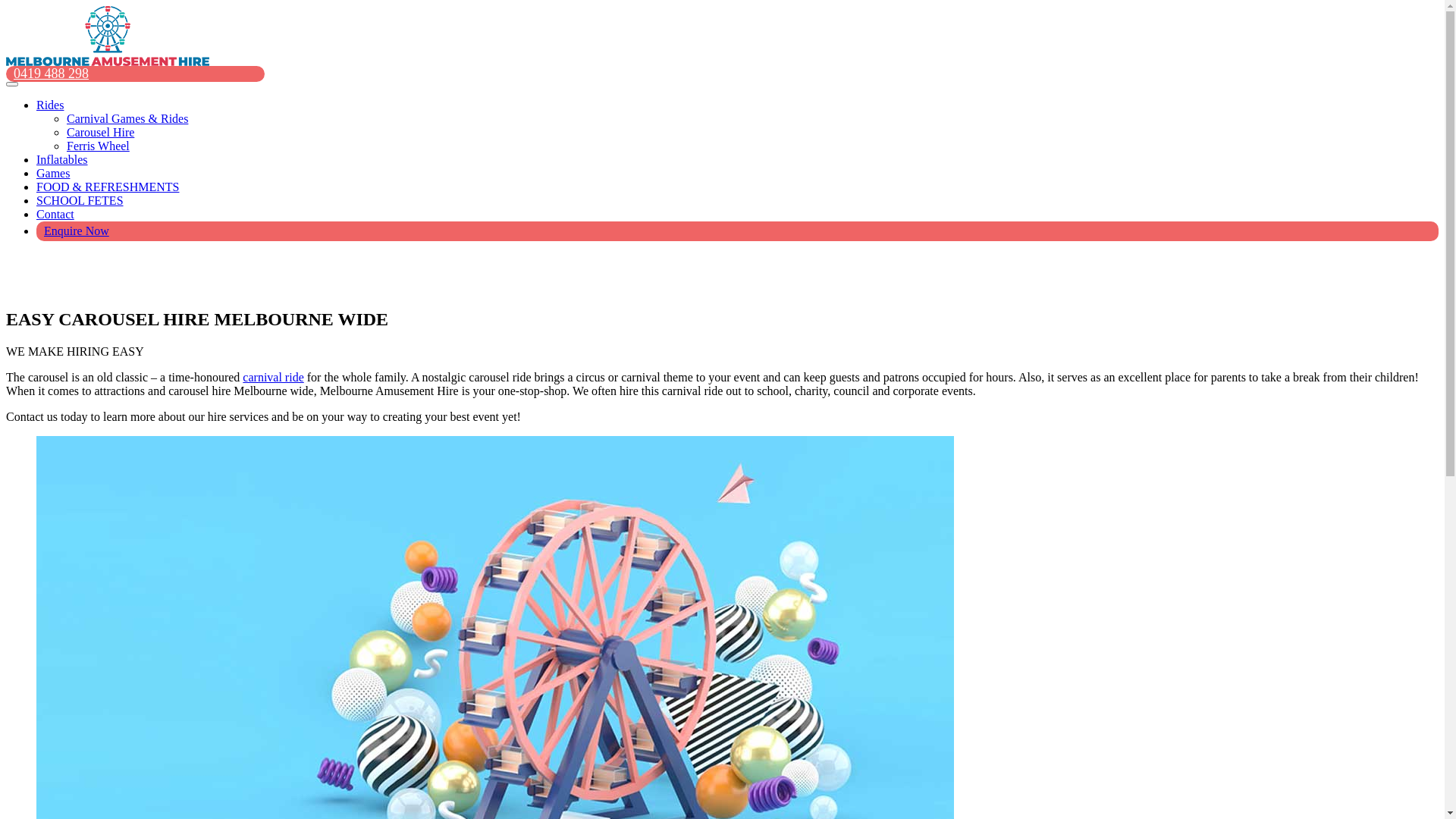  Describe the element at coordinates (53, 172) in the screenshot. I see `'Games'` at that location.